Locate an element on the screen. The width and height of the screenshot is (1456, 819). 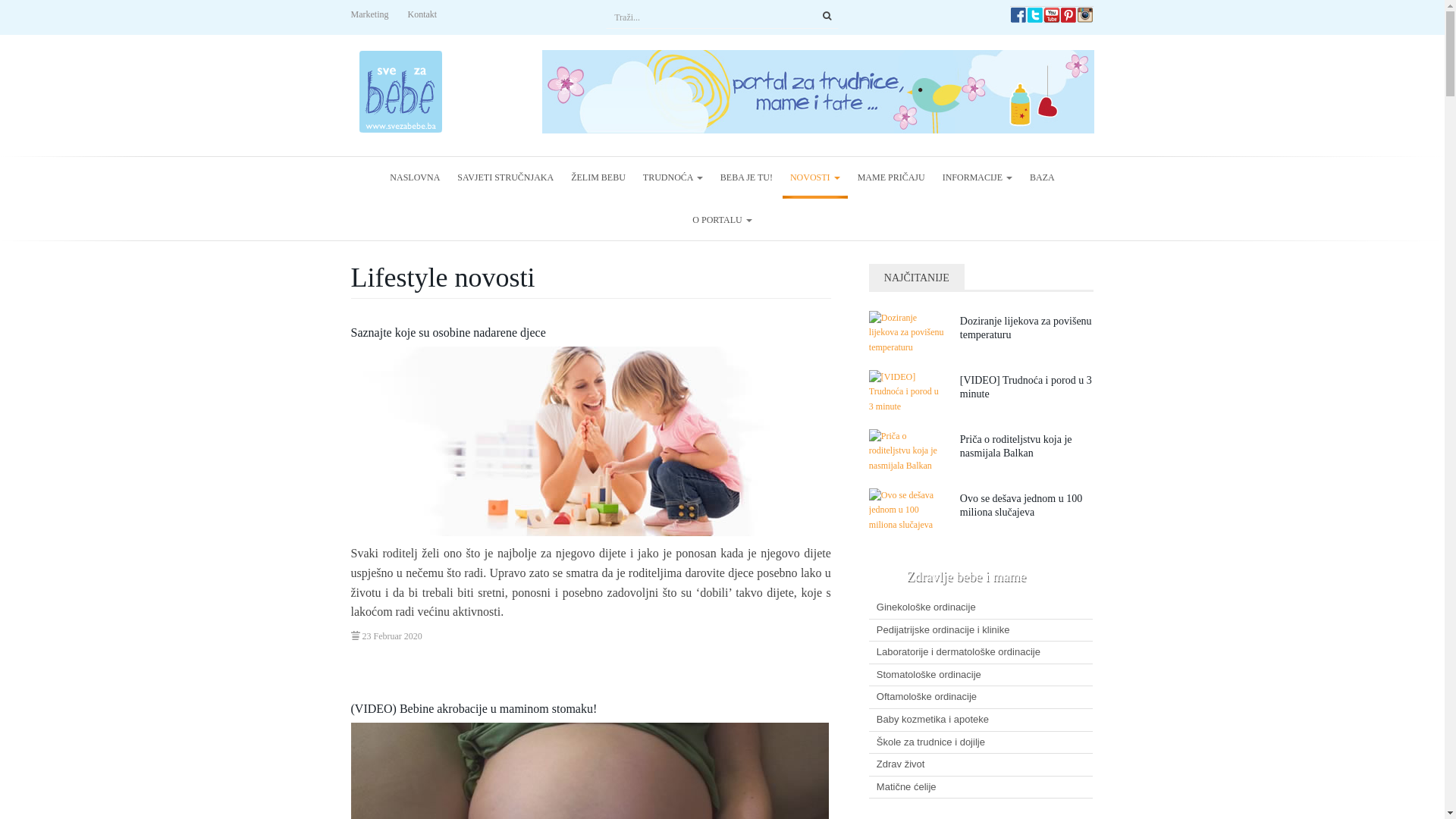
'BEBA JE TU!' is located at coordinates (746, 177).